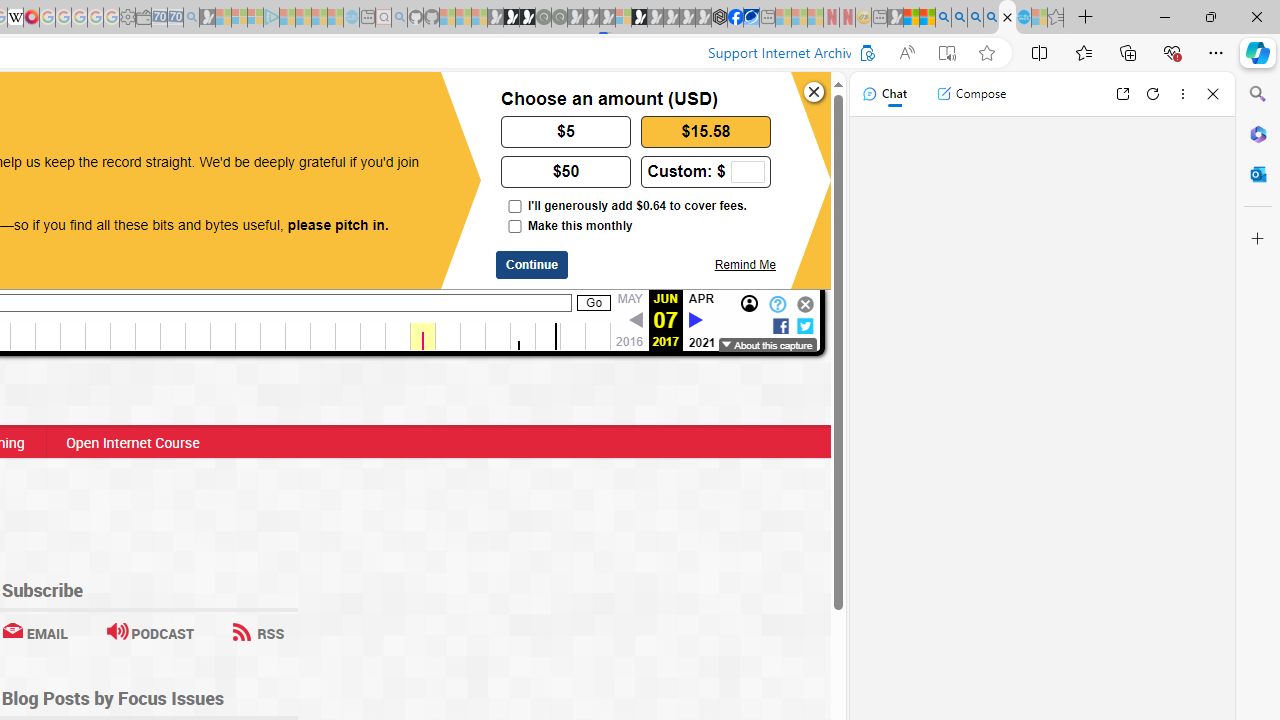 This screenshot has height=720, width=1280. Describe the element at coordinates (992, 17) in the screenshot. I see `'Google Chrome Internet Browser Download - Search Images'` at that location.